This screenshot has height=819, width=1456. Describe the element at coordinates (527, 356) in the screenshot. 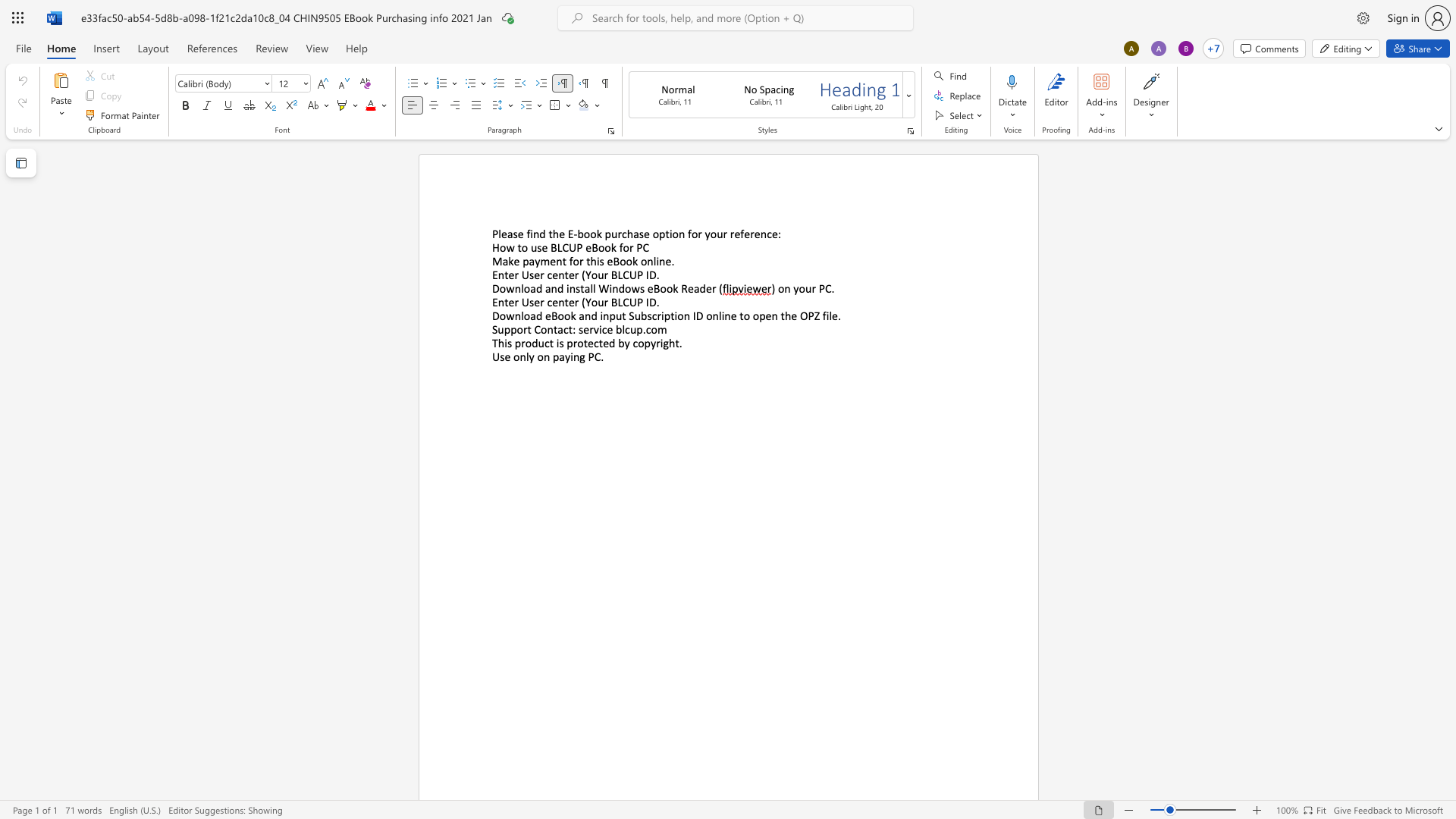

I see `the 1th character "l" in the text` at that location.